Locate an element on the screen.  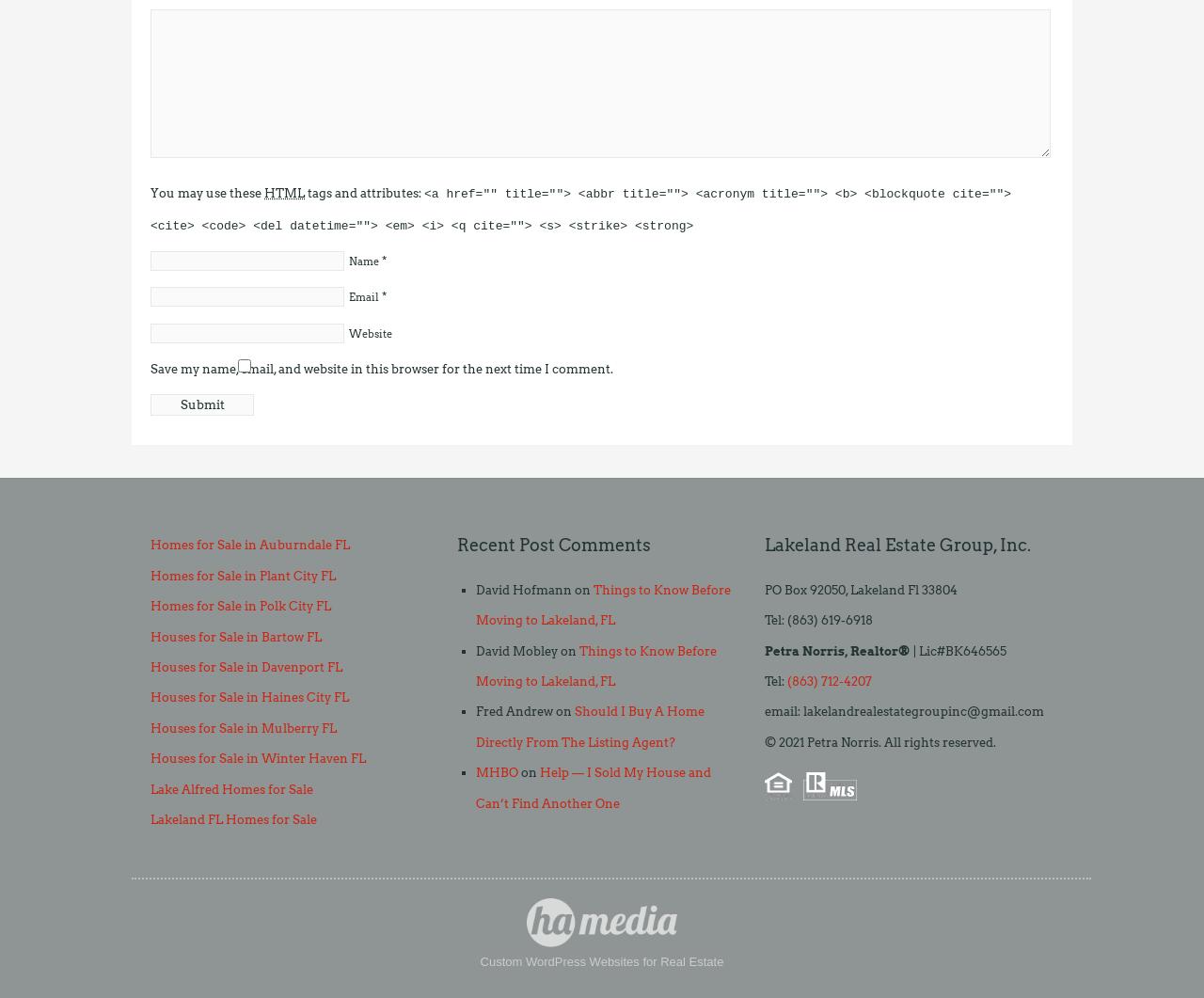
'Houses for Sale in Davenport FL' is located at coordinates (246, 667).